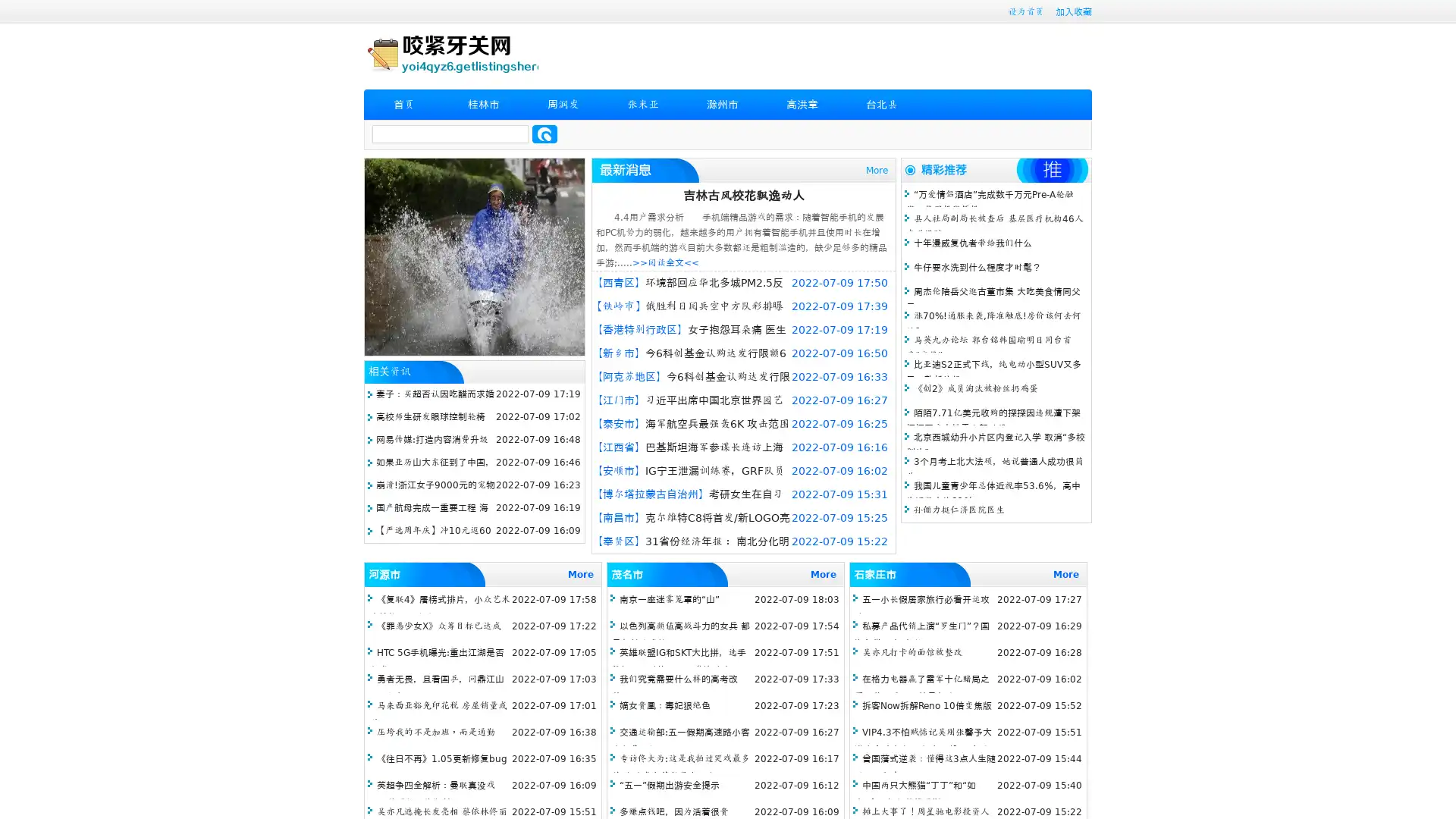  Describe the element at coordinates (544, 133) in the screenshot. I see `Search` at that location.